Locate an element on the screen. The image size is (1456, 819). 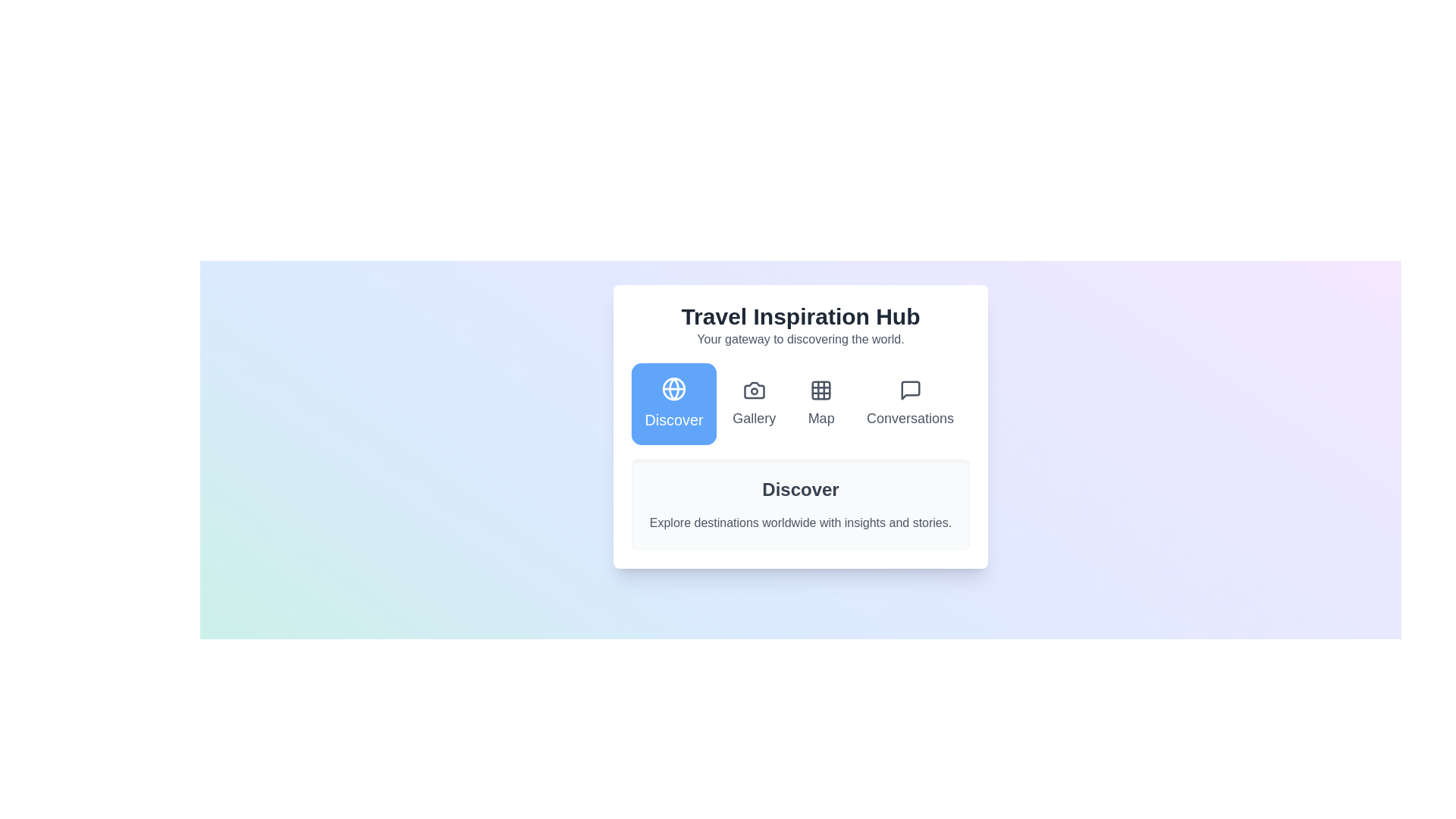
the 'Conversations' navigation button, which is the fourth button in a horizontal group located under the 'Travel Inspiration Hub' heading, to change its color is located at coordinates (910, 403).